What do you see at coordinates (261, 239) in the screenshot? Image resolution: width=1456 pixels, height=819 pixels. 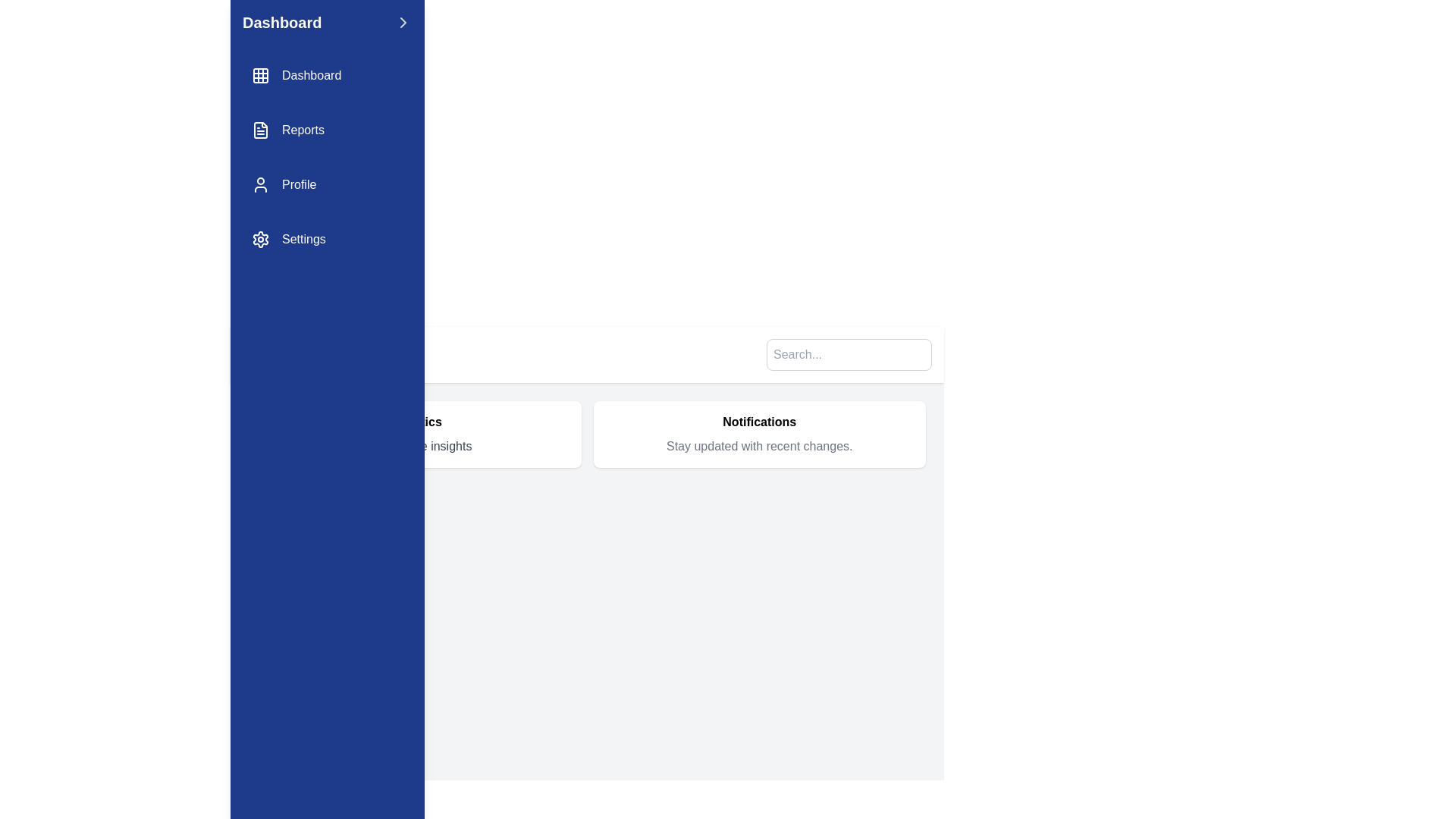 I see `the gear icon located in the left-side navigation menu` at bounding box center [261, 239].